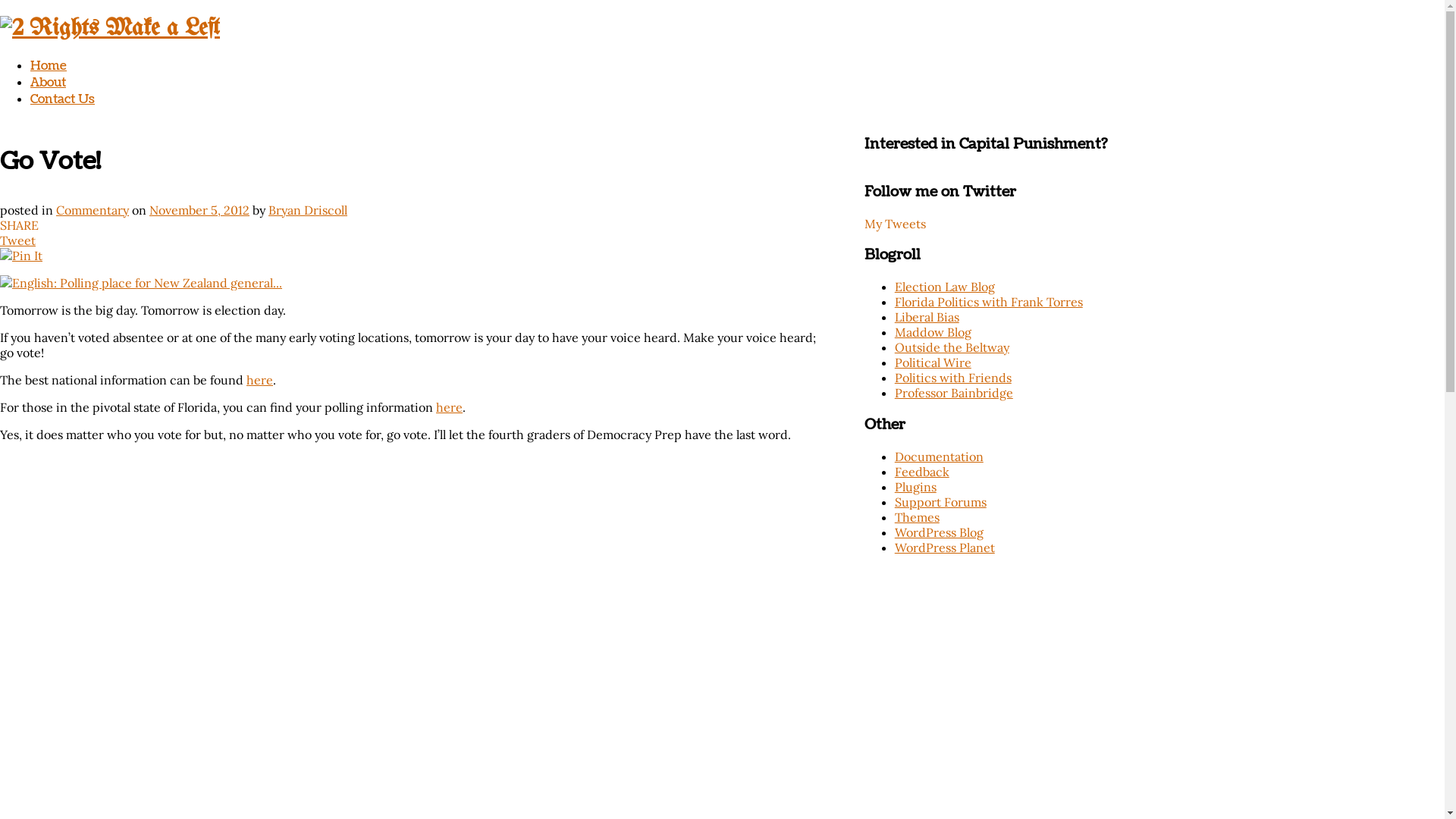  Describe the element at coordinates (944, 287) in the screenshot. I see `'Election Law Blog'` at that location.